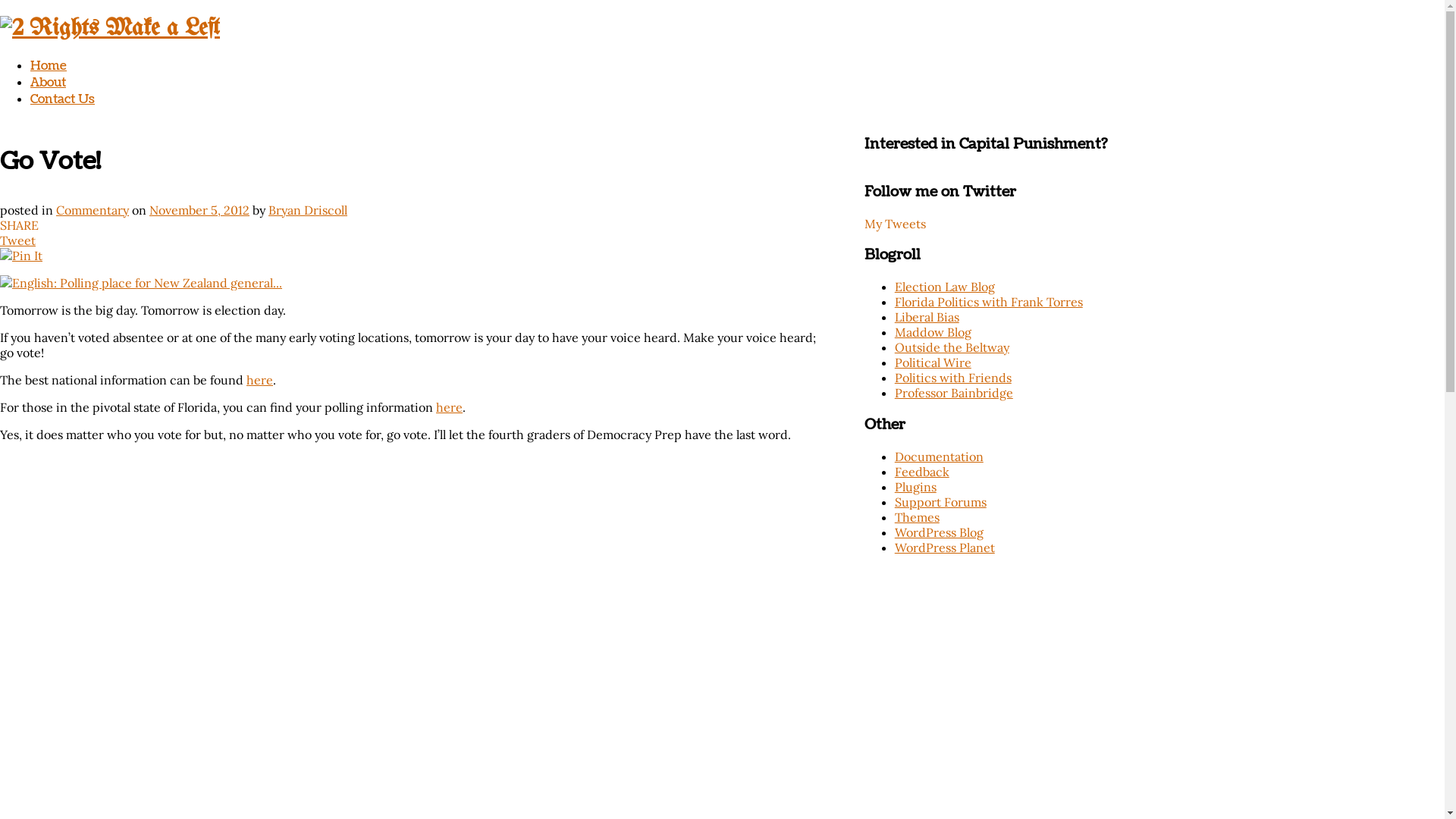  Describe the element at coordinates (944, 287) in the screenshot. I see `'Election Law Blog'` at that location.